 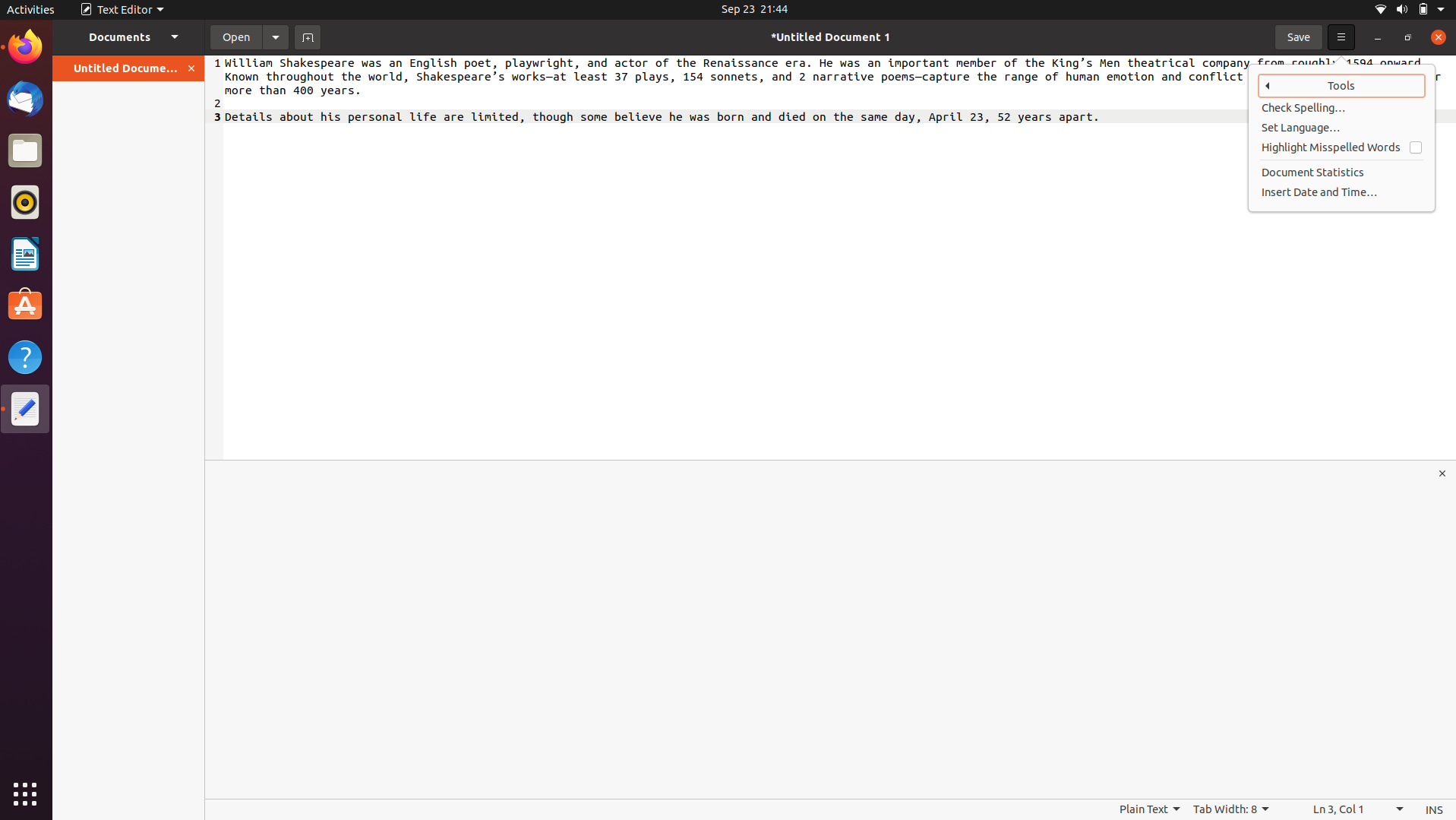 I want to click on document options, so click(x=275, y=36).